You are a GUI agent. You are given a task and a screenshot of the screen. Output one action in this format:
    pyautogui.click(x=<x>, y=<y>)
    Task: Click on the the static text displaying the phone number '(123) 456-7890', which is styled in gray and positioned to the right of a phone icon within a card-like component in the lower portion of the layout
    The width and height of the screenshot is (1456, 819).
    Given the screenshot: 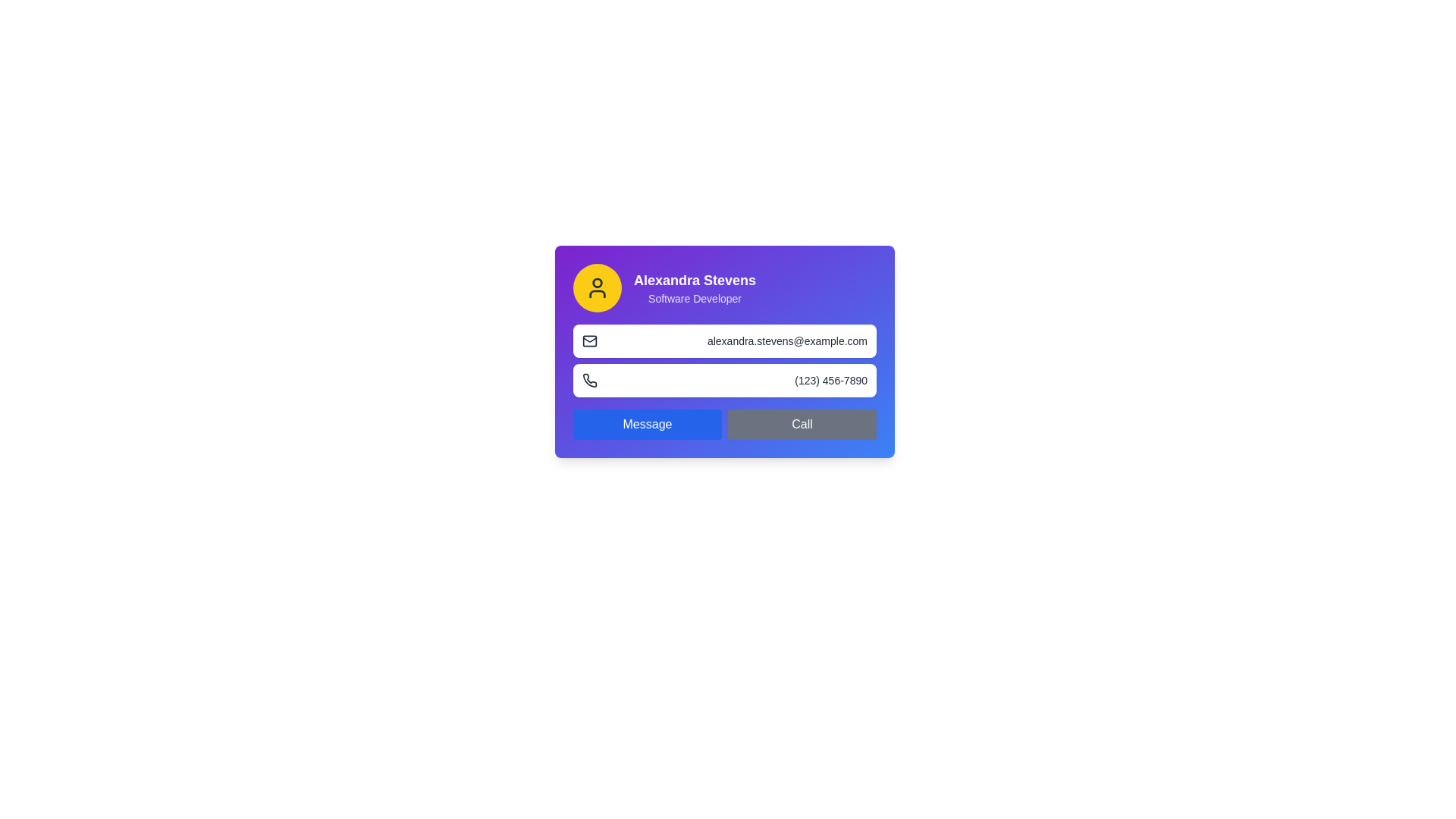 What is the action you would take?
    pyautogui.click(x=830, y=379)
    